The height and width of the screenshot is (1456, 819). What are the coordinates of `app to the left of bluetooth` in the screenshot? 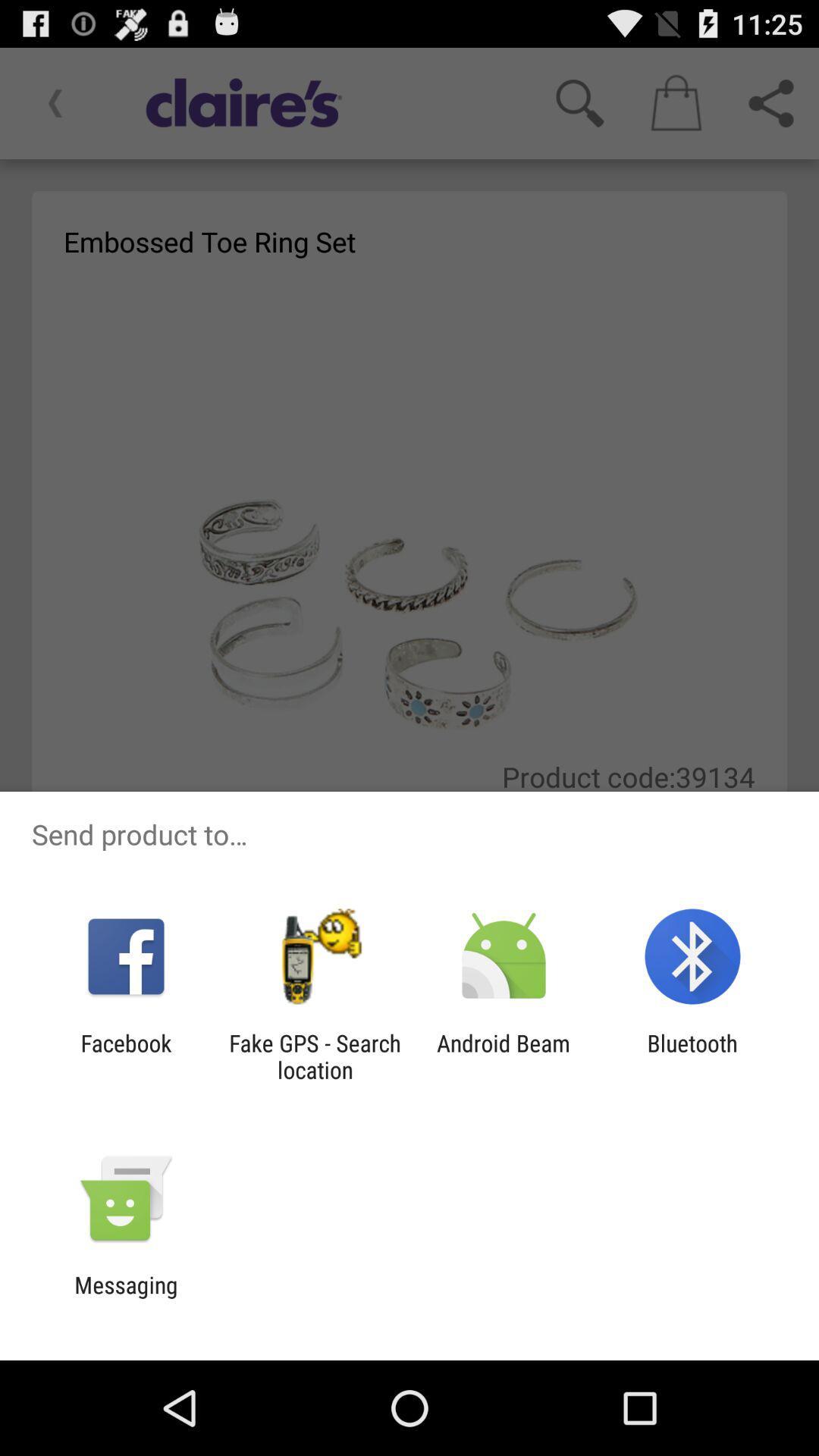 It's located at (504, 1056).